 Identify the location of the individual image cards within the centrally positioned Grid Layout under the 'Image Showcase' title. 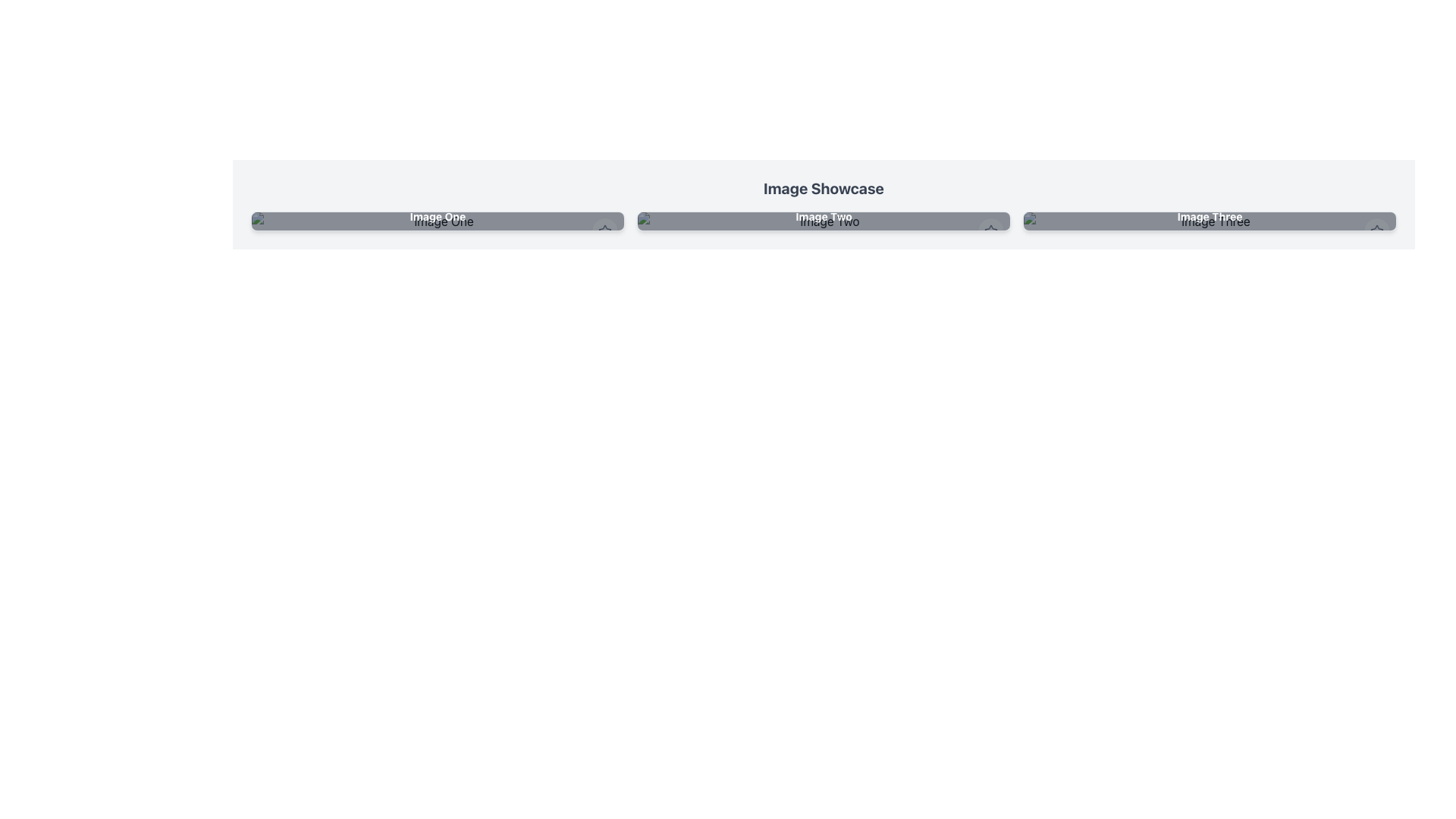
(823, 221).